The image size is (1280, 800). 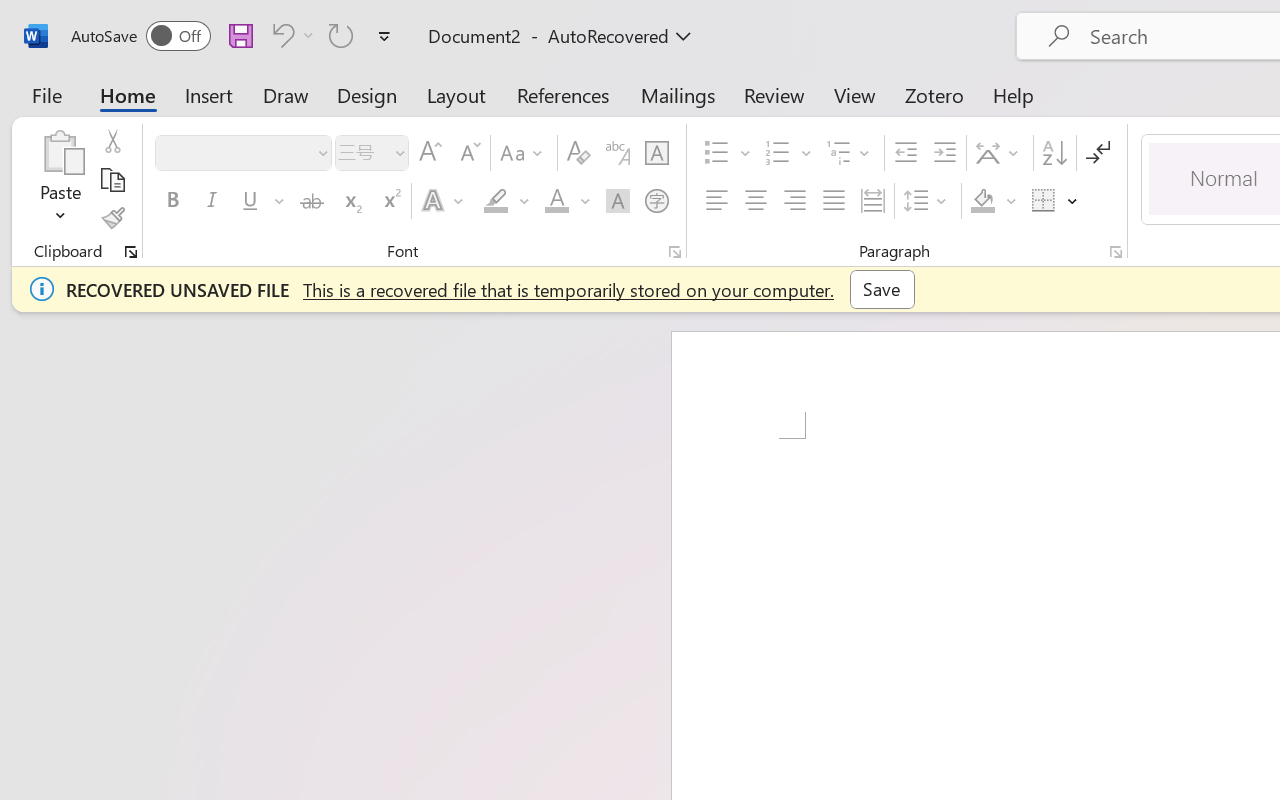 I want to click on 'Grow Font', so click(x=429, y=153).